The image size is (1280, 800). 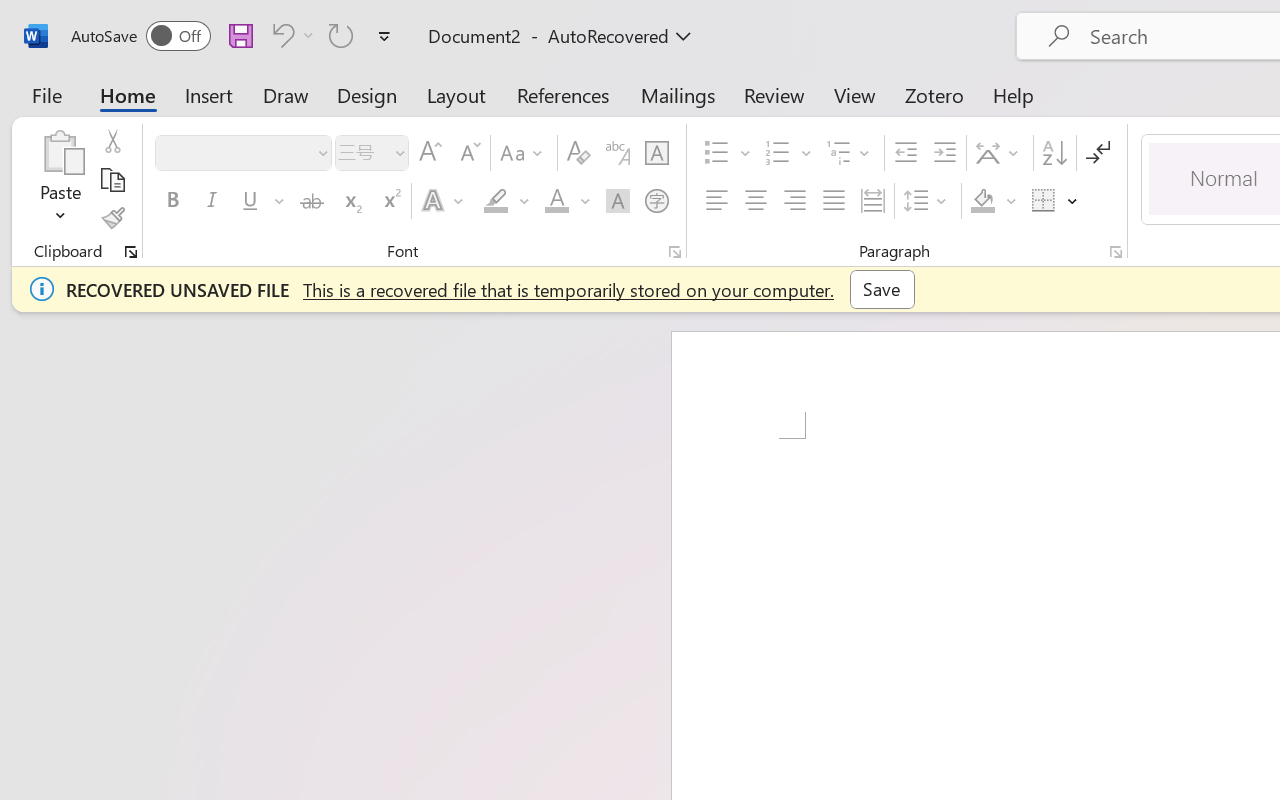 I want to click on 'Grow Font', so click(x=429, y=153).